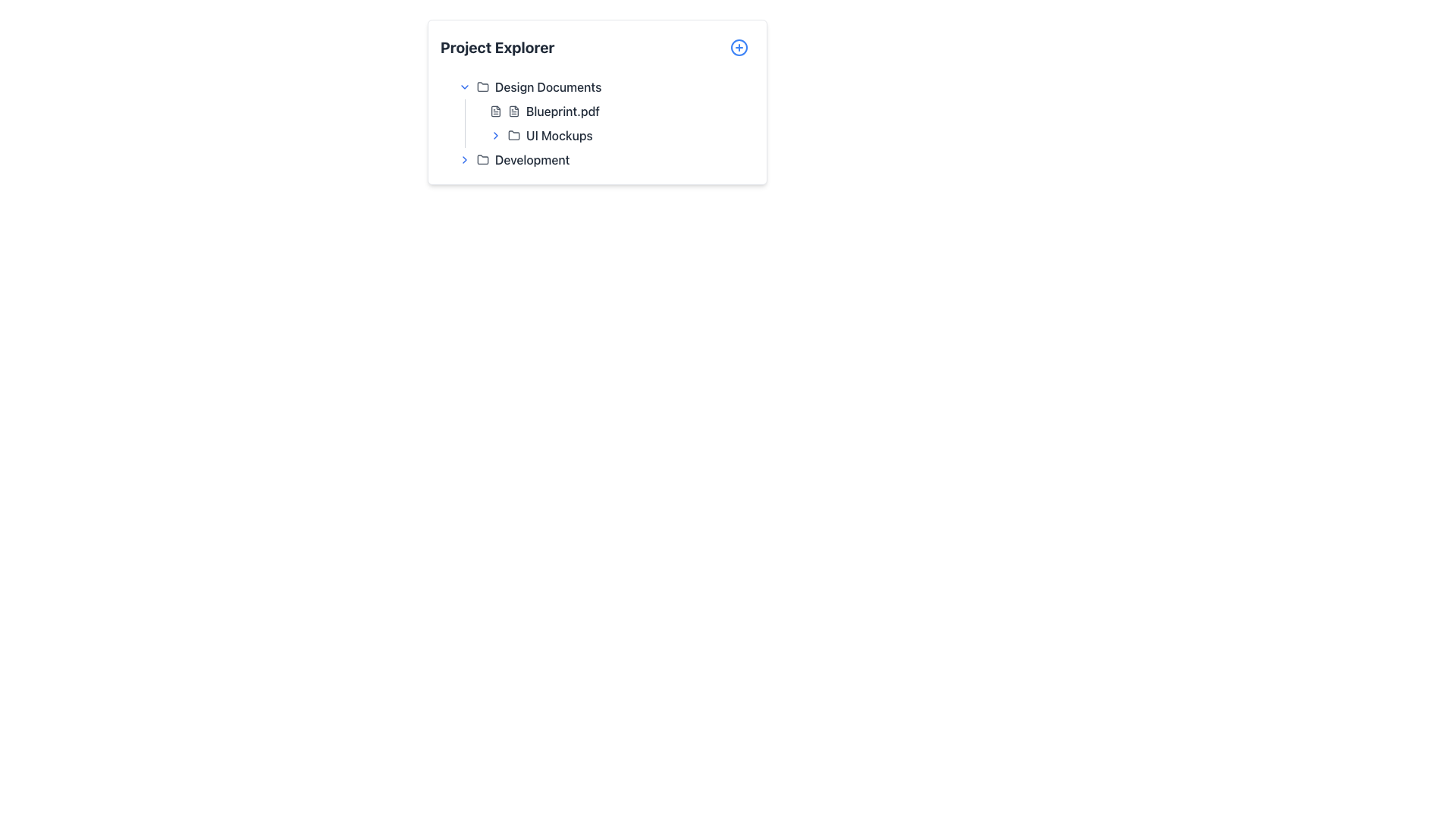 The height and width of the screenshot is (819, 1456). What do you see at coordinates (495, 134) in the screenshot?
I see `the leftmost Chevron icon next to the 'UI Mockups' text to observe potential visual feedback` at bounding box center [495, 134].